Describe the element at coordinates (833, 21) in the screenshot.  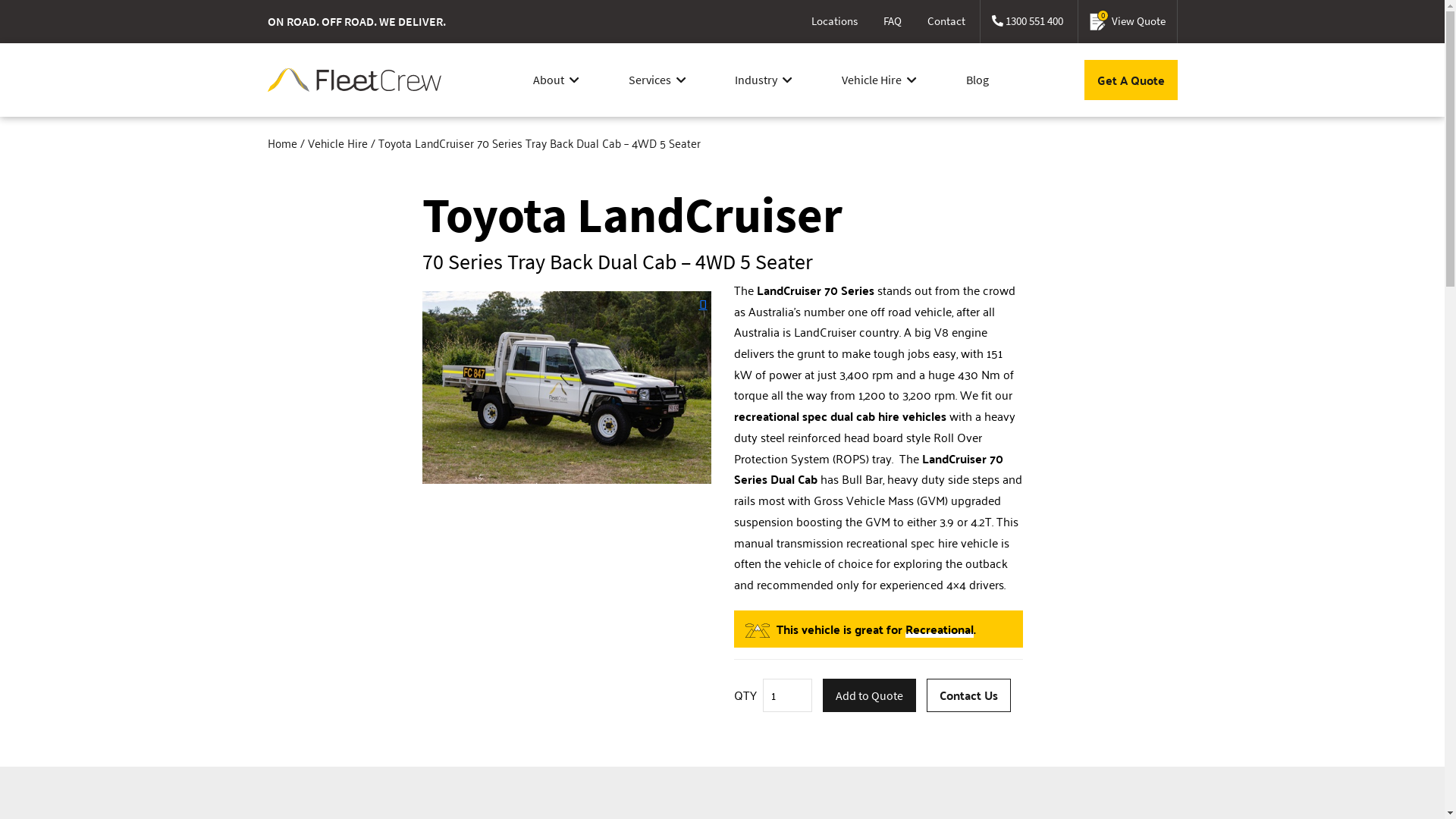
I see `'Locations'` at that location.